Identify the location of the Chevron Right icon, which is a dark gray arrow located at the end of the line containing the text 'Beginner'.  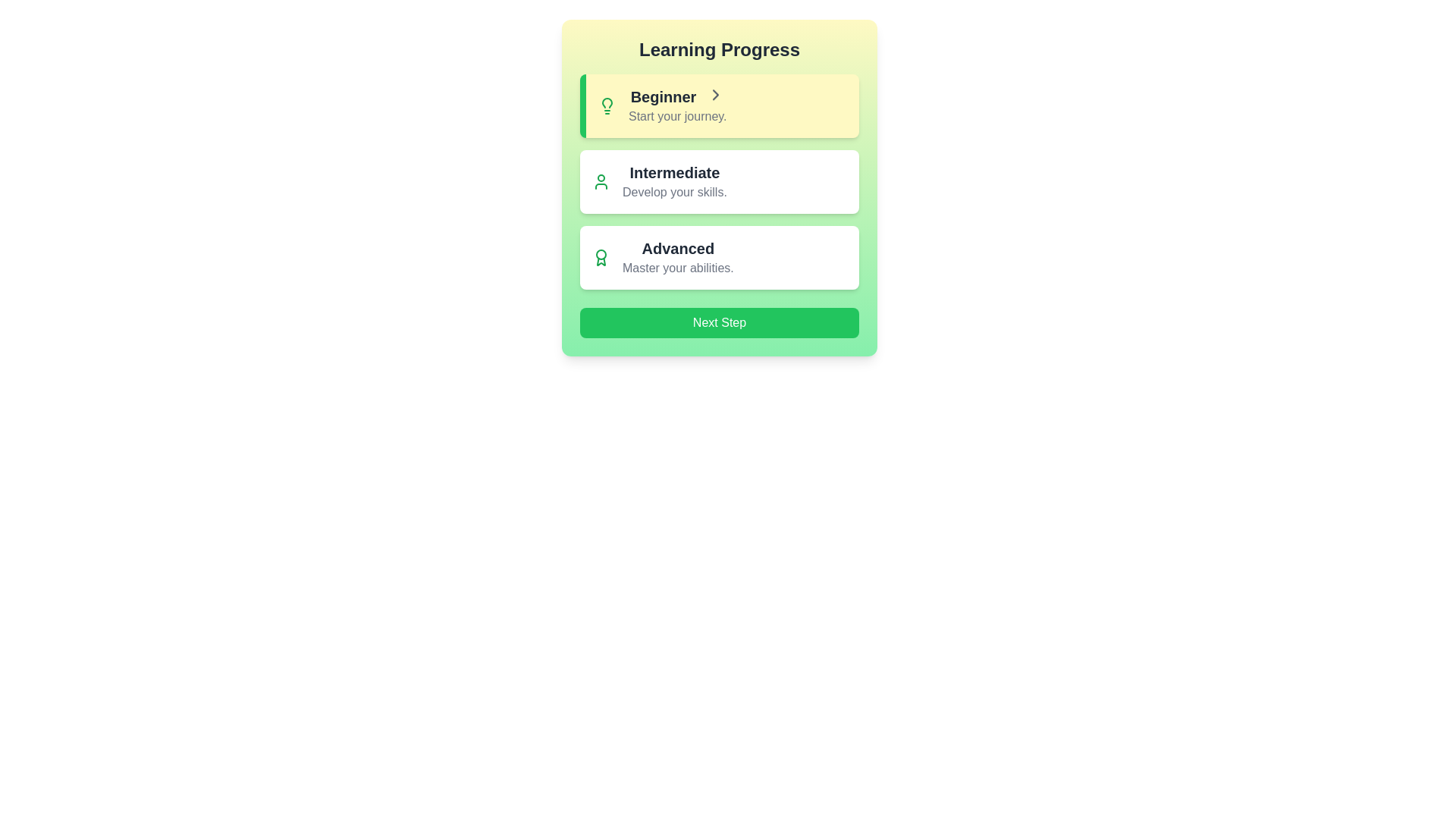
(714, 96).